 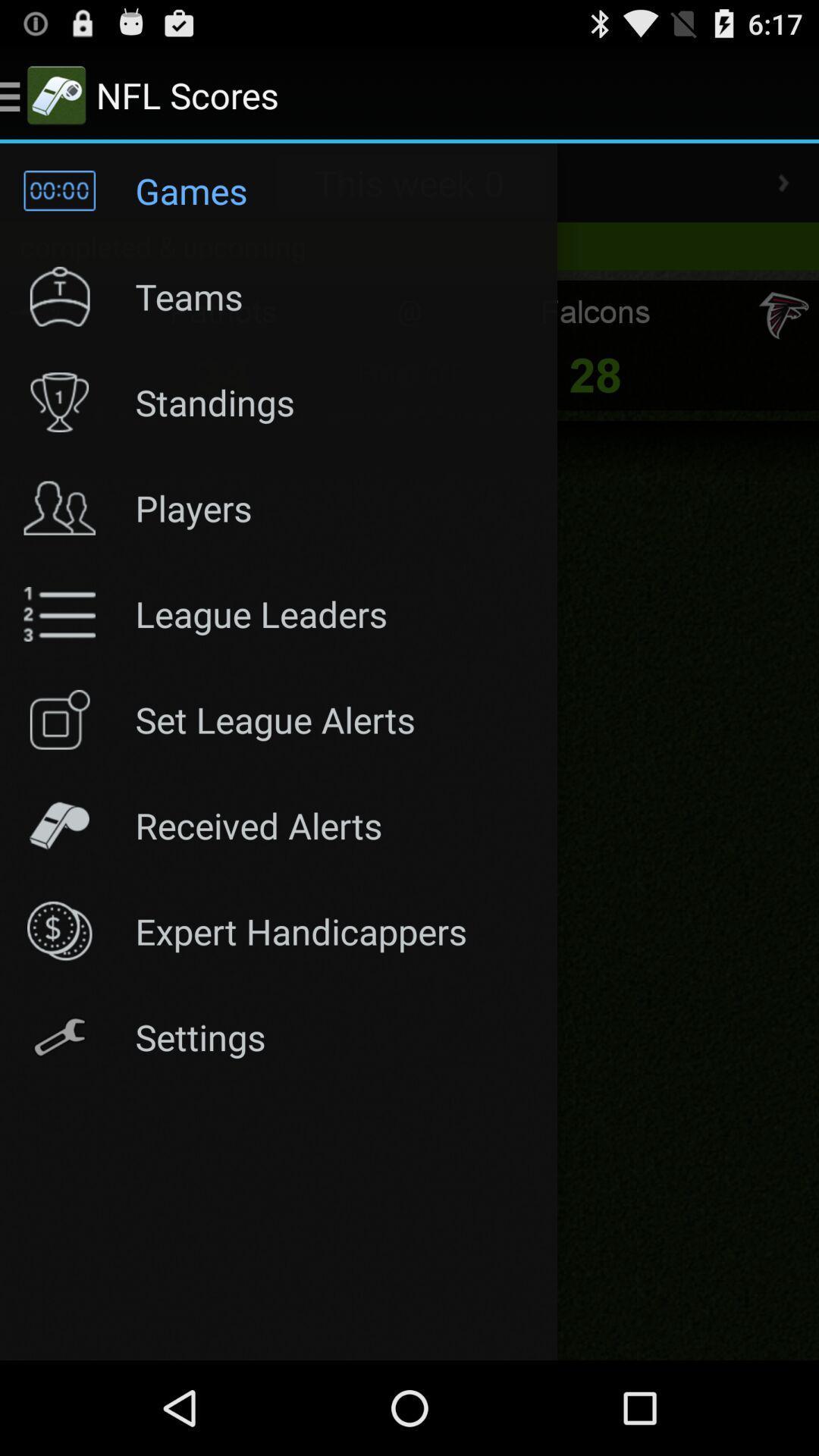 What do you see at coordinates (783, 182) in the screenshot?
I see `next page` at bounding box center [783, 182].